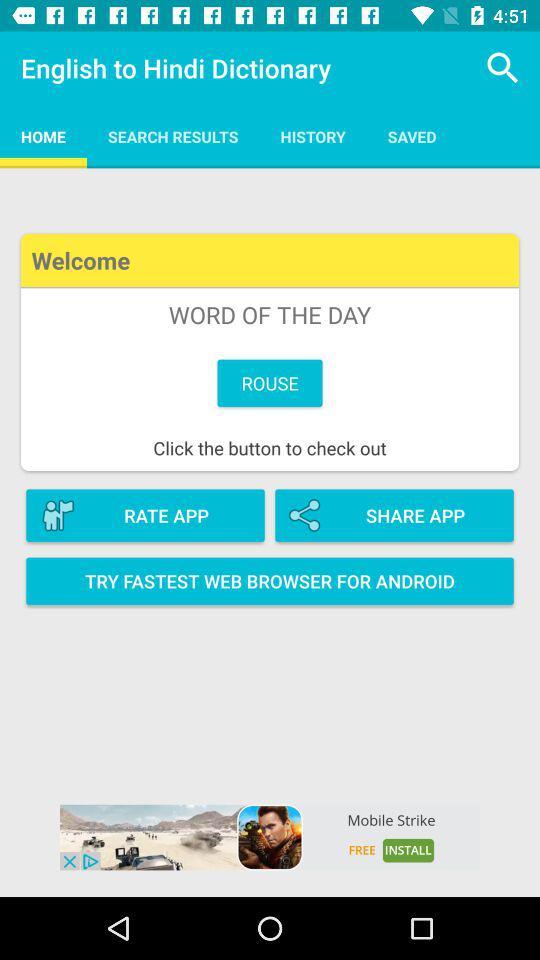 This screenshot has width=540, height=960. I want to click on mobile strike advertisement, so click(270, 837).